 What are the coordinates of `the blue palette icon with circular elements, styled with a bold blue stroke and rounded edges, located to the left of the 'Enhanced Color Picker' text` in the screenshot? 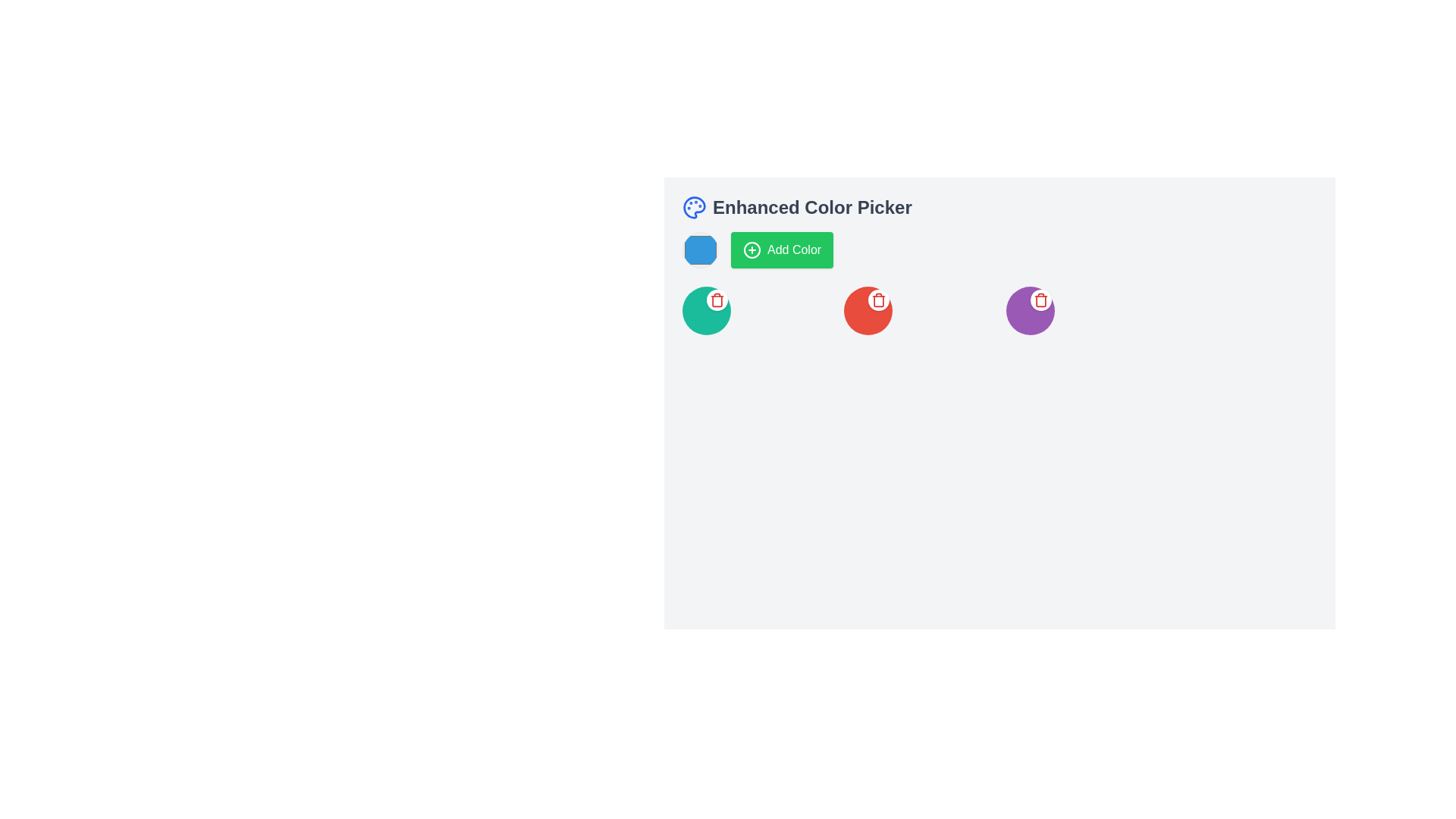 It's located at (694, 207).